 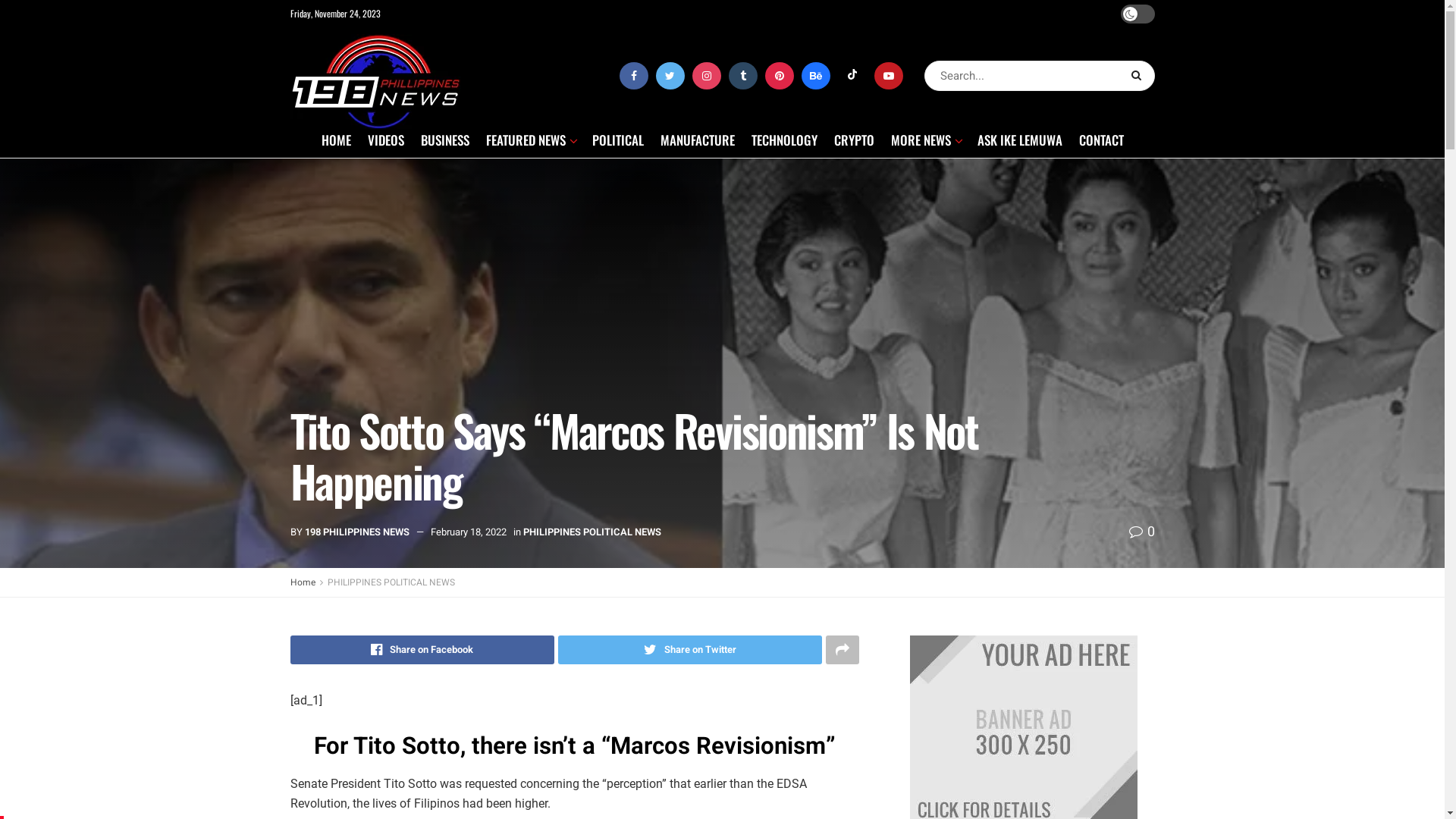 What do you see at coordinates (1100, 140) in the screenshot?
I see `'CONTACT'` at bounding box center [1100, 140].